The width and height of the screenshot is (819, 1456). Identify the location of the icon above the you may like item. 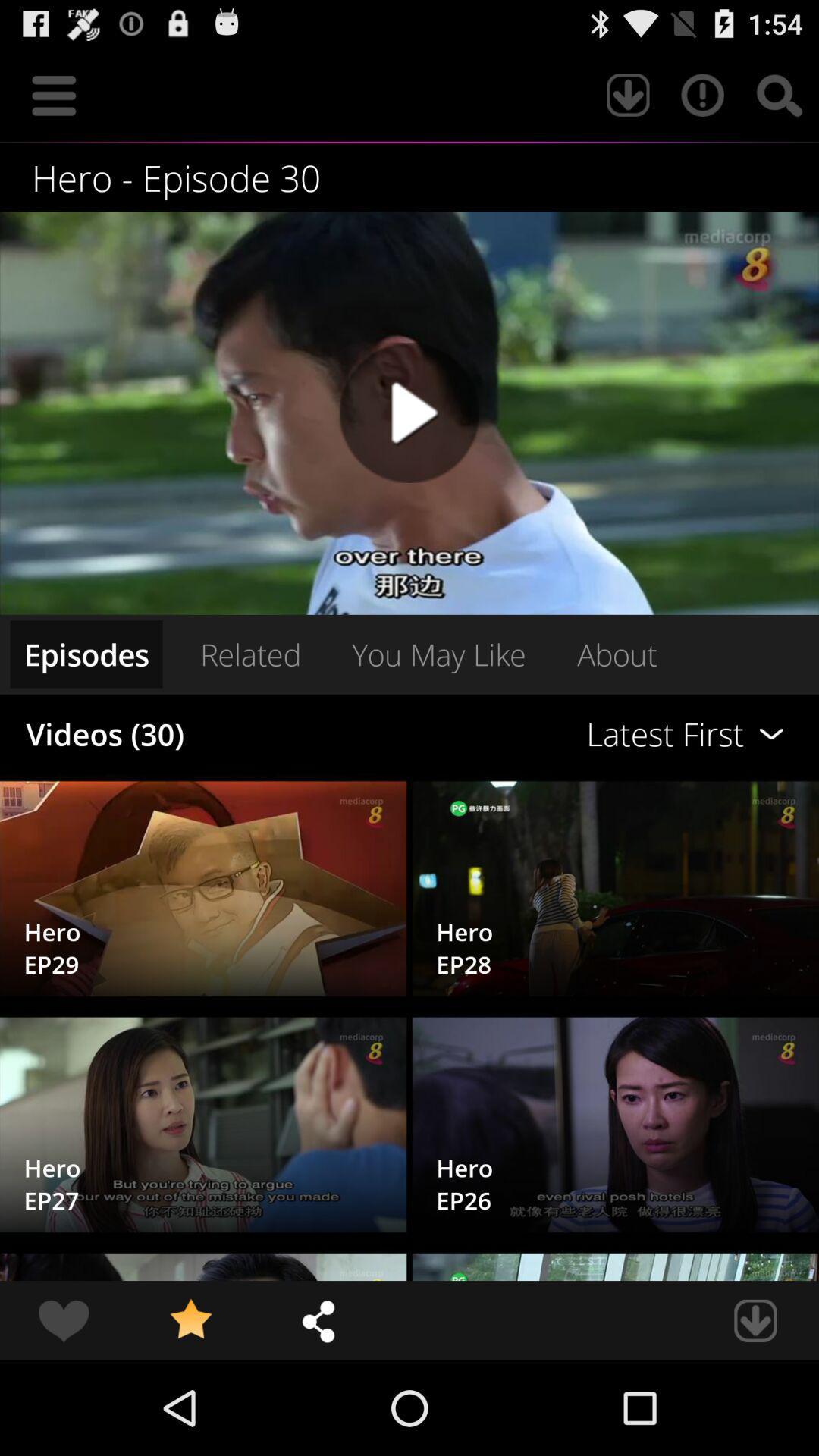
(409, 413).